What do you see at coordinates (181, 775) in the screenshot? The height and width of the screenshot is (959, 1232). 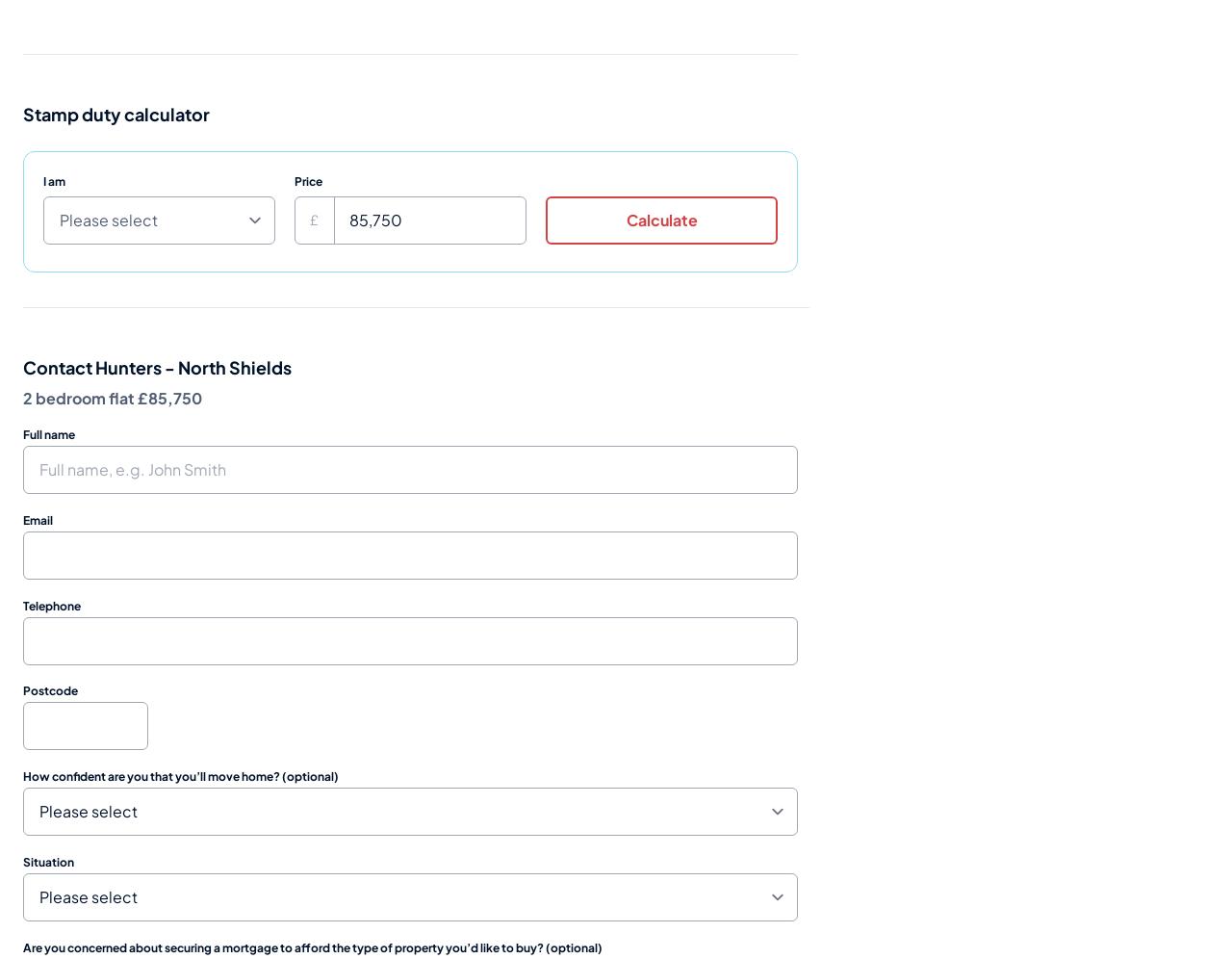 I see `'How confident are you that you’ll move home? (optional)'` at bounding box center [181, 775].